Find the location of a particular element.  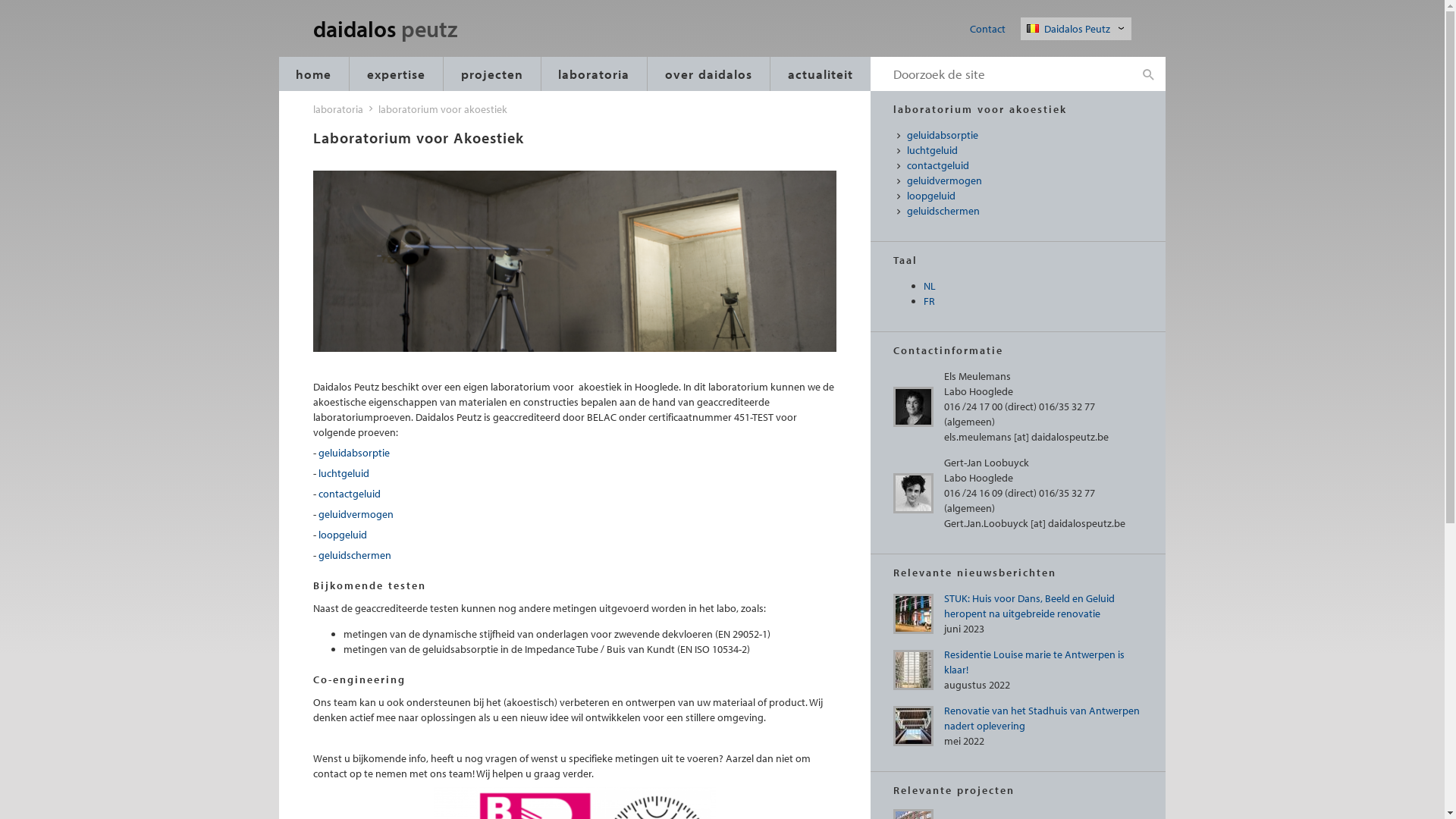

'actualiteit' is located at coordinates (819, 74).